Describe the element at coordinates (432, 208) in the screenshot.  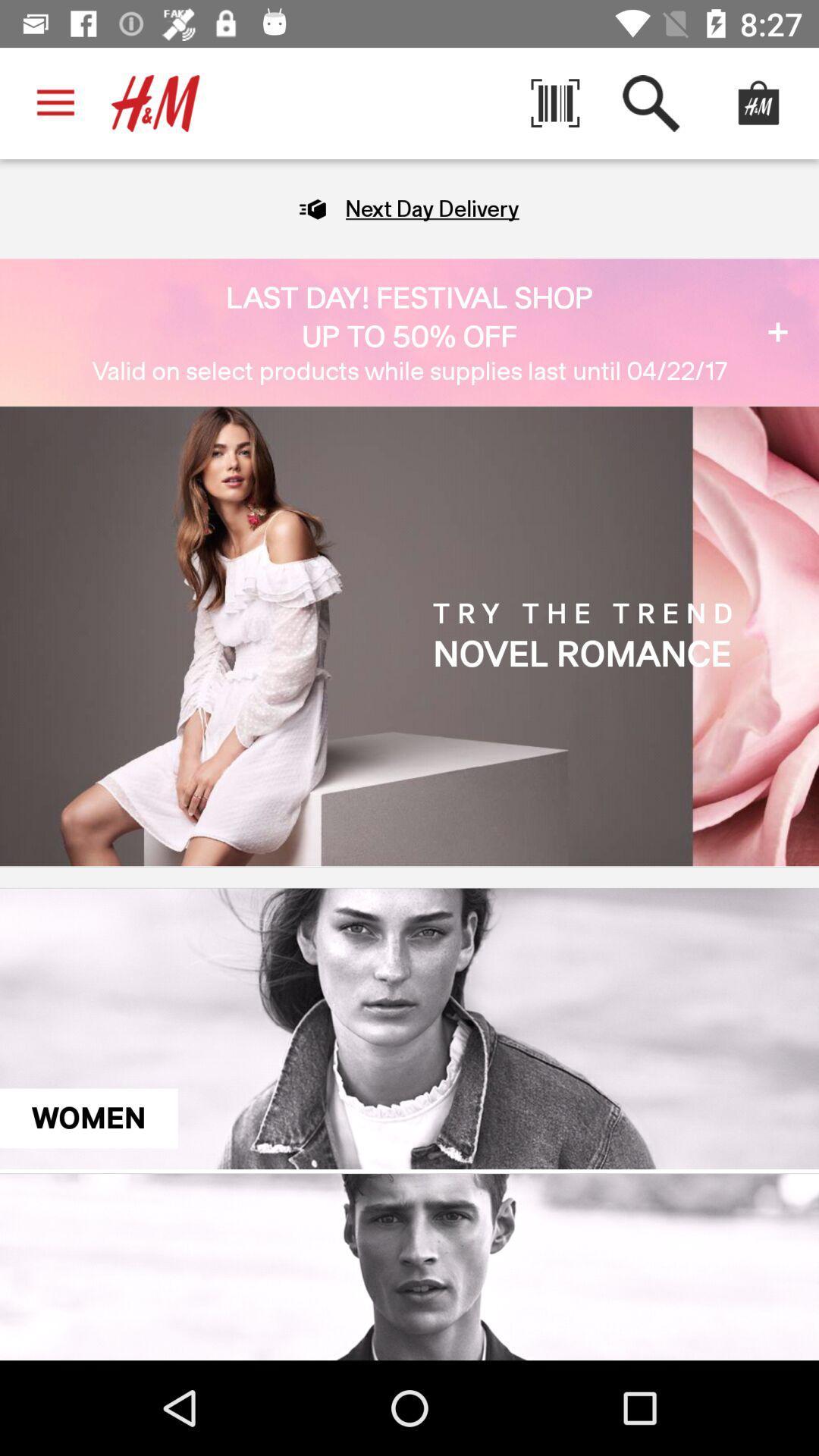
I see `next day delivery` at that location.